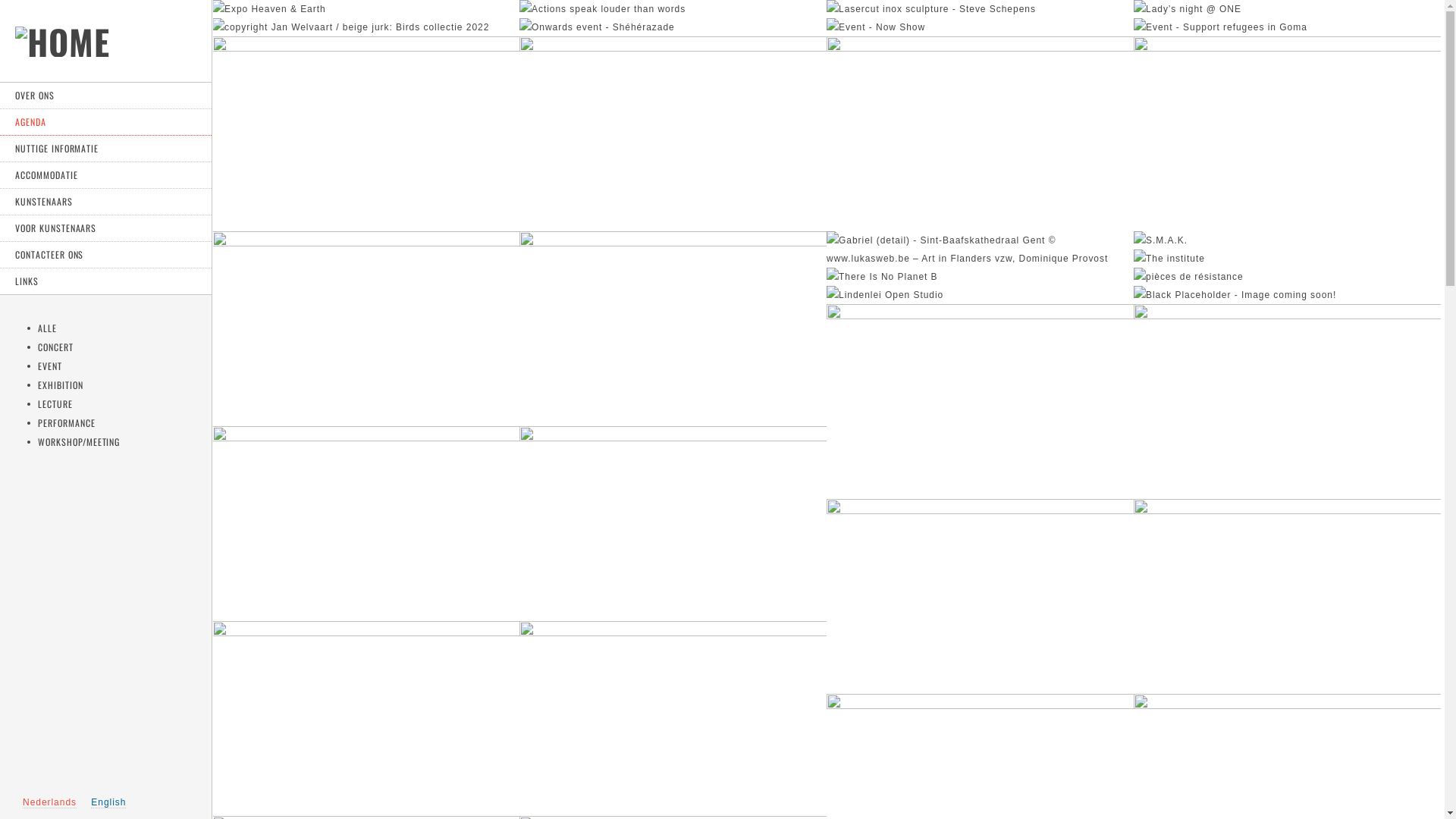 The image size is (1456, 819). What do you see at coordinates (105, 174) in the screenshot?
I see `'ACCOMMODATIE'` at bounding box center [105, 174].